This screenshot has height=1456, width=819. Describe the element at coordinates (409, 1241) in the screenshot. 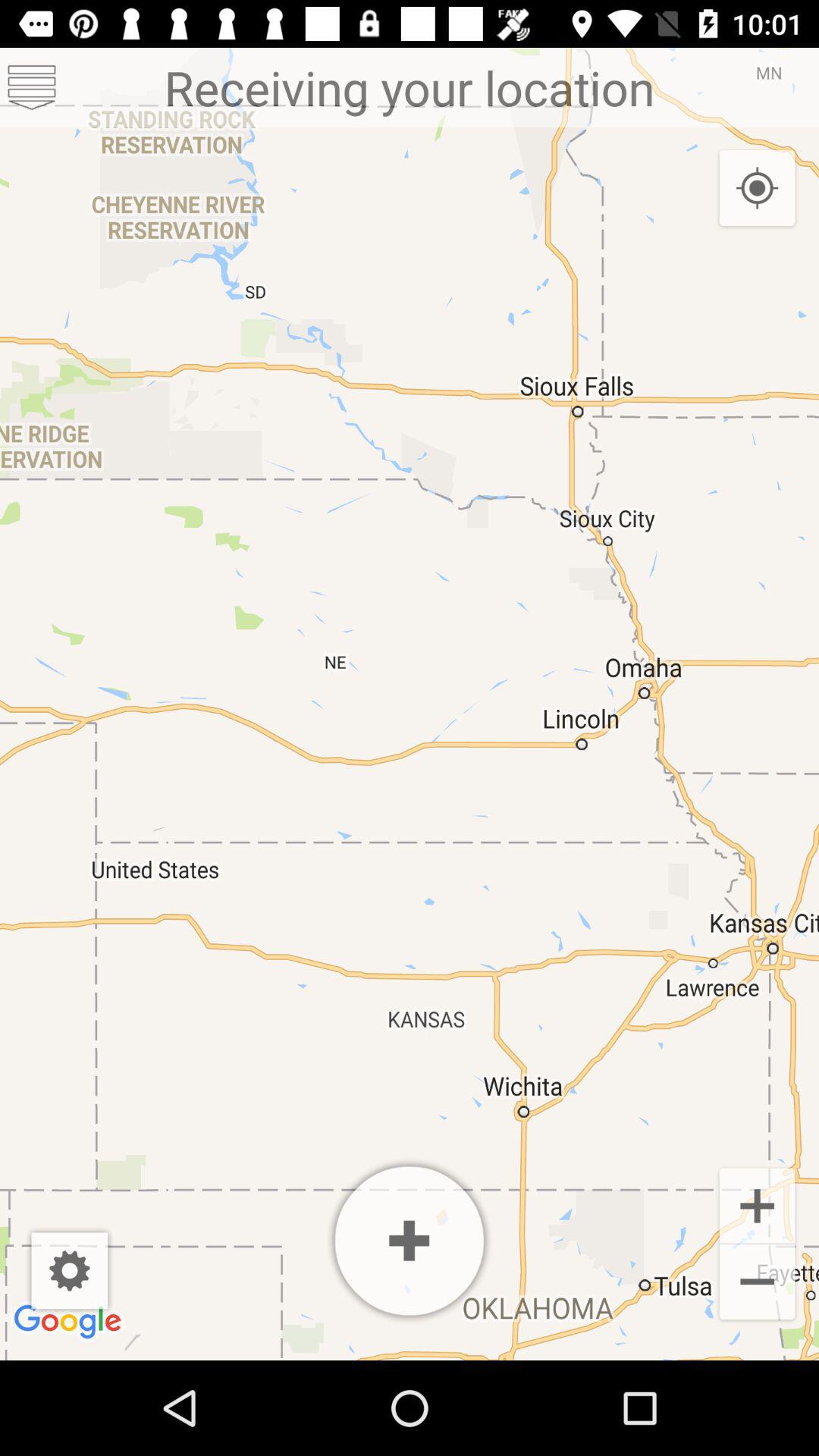

I see `app below the receiving your location` at that location.